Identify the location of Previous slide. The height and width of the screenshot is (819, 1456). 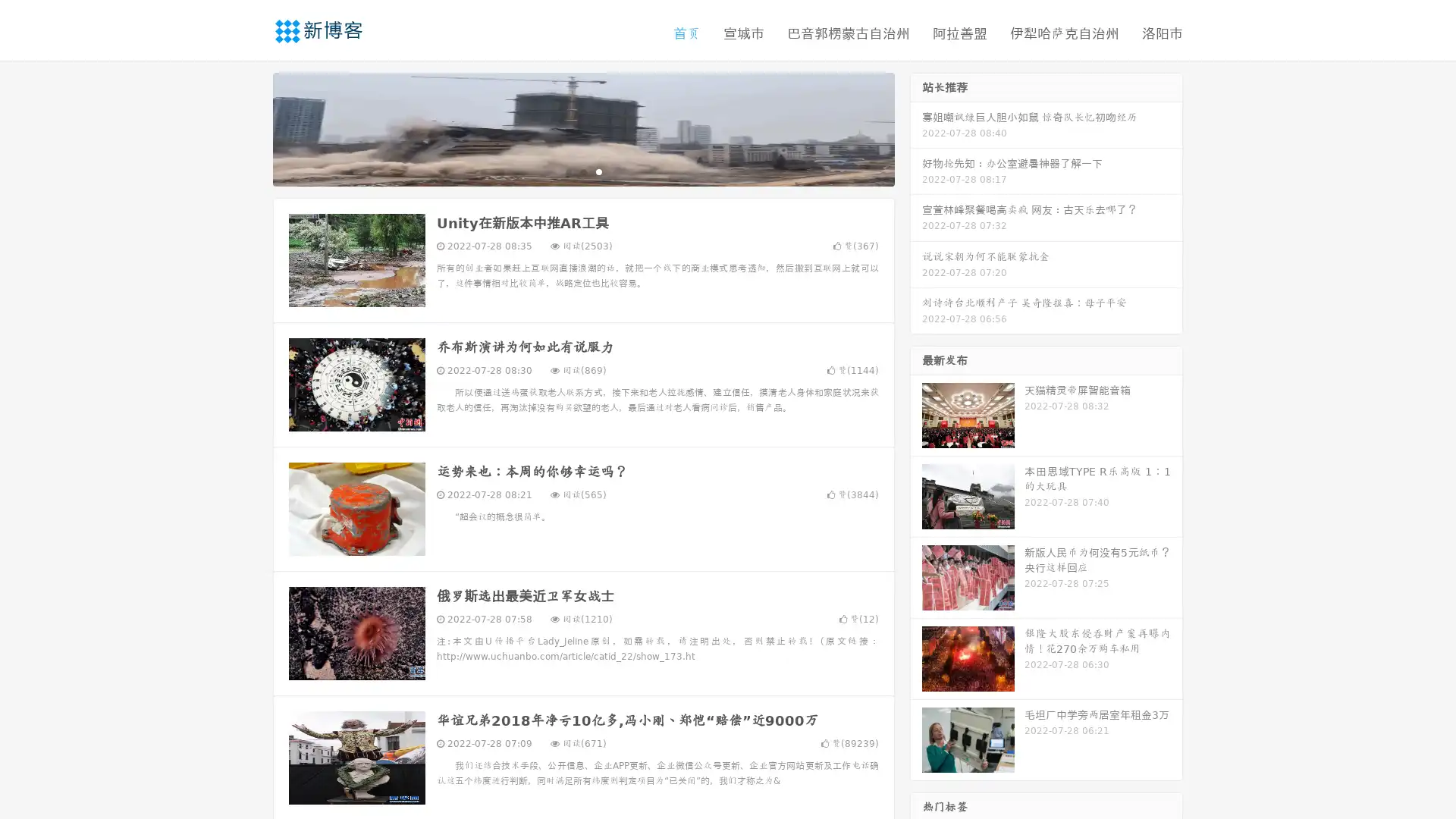
(250, 127).